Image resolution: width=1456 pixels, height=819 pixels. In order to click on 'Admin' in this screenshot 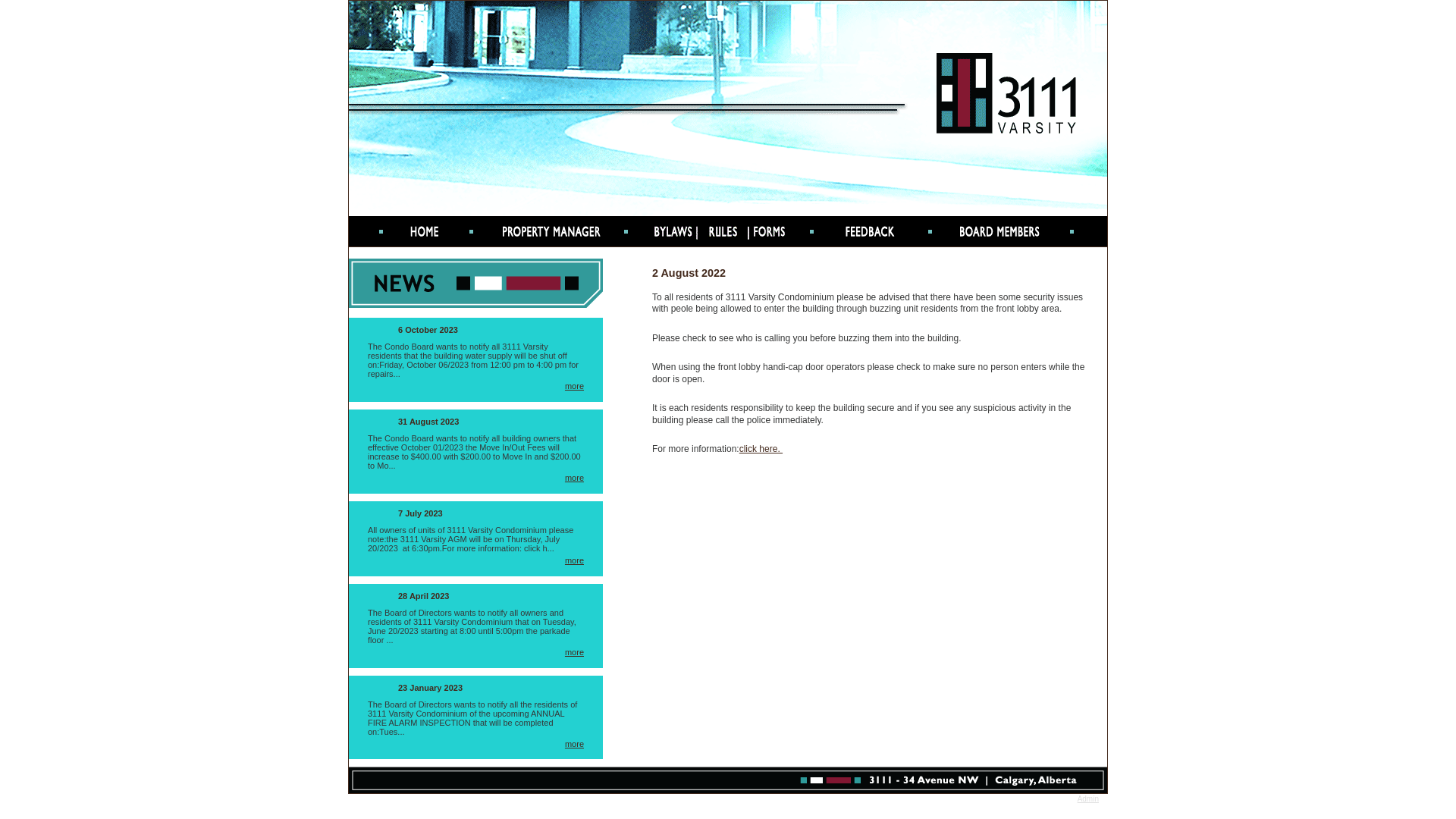, I will do `click(1087, 798)`.